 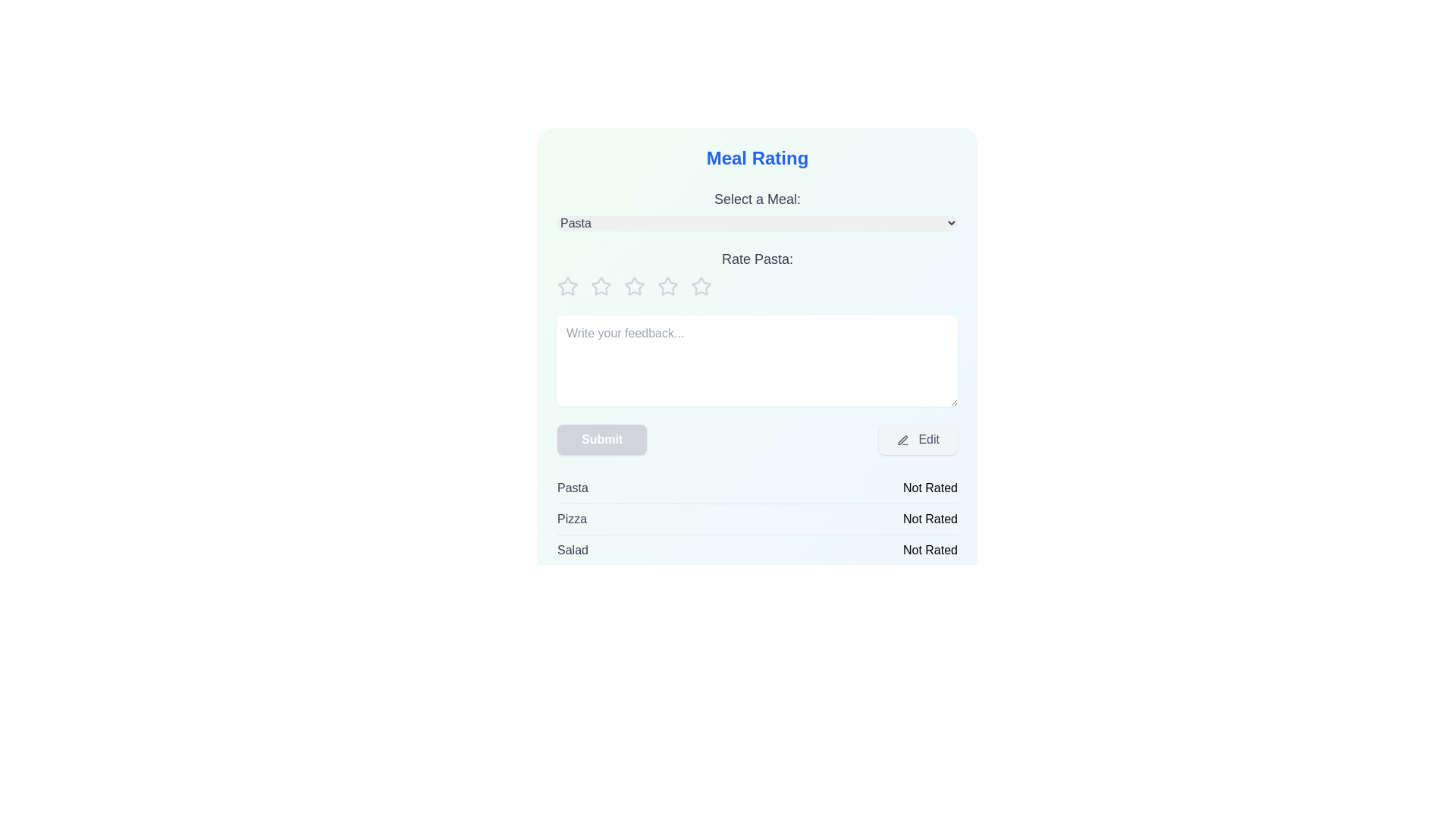 I want to click on the dropdown menu labeled 'Select a Meal:', so click(x=757, y=209).